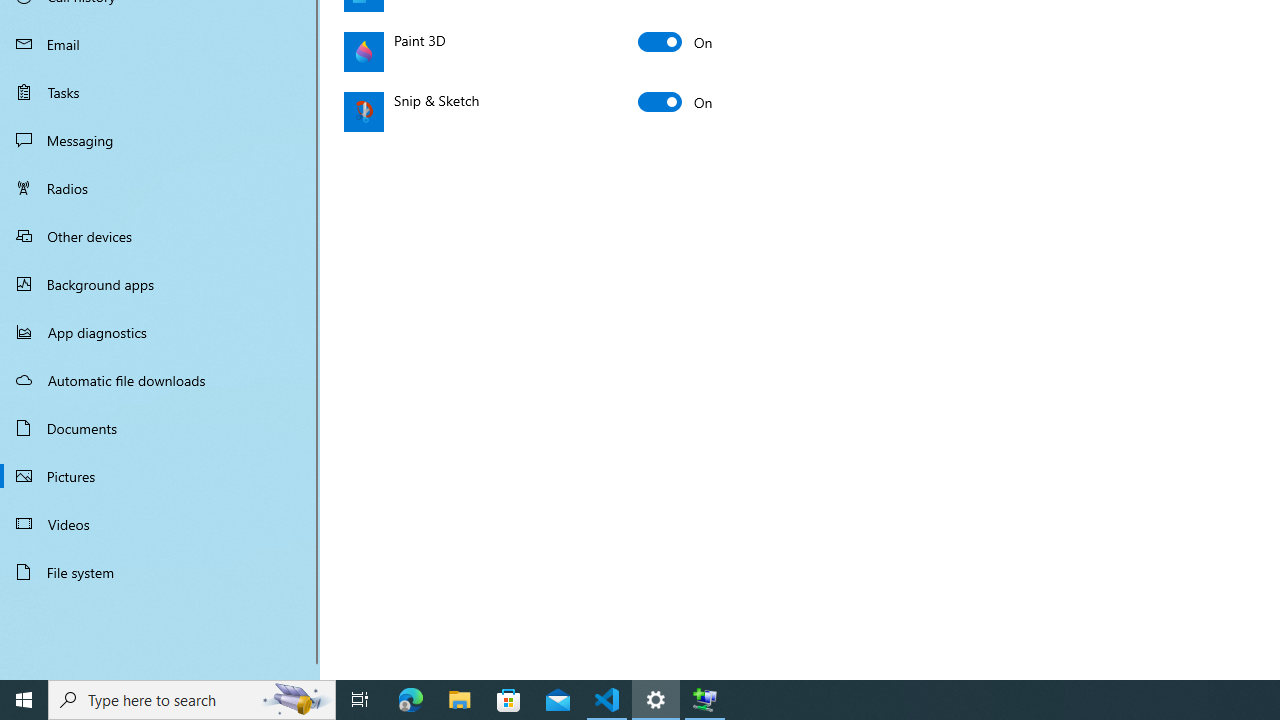  Describe the element at coordinates (160, 43) in the screenshot. I see `'Email'` at that location.